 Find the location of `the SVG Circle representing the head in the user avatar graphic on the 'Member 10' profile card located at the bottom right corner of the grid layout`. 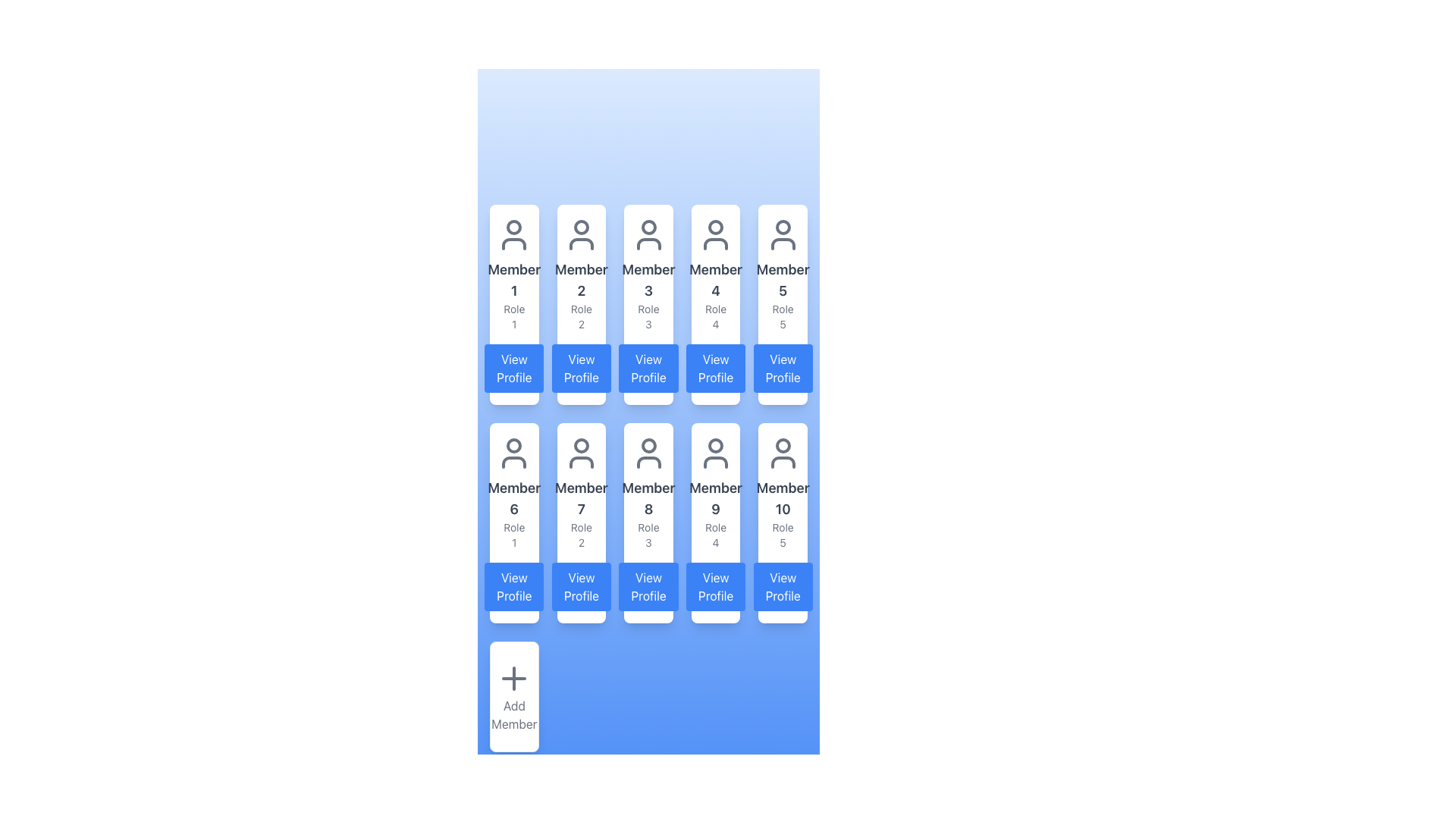

the SVG Circle representing the head in the user avatar graphic on the 'Member 10' profile card located at the bottom right corner of the grid layout is located at coordinates (783, 444).